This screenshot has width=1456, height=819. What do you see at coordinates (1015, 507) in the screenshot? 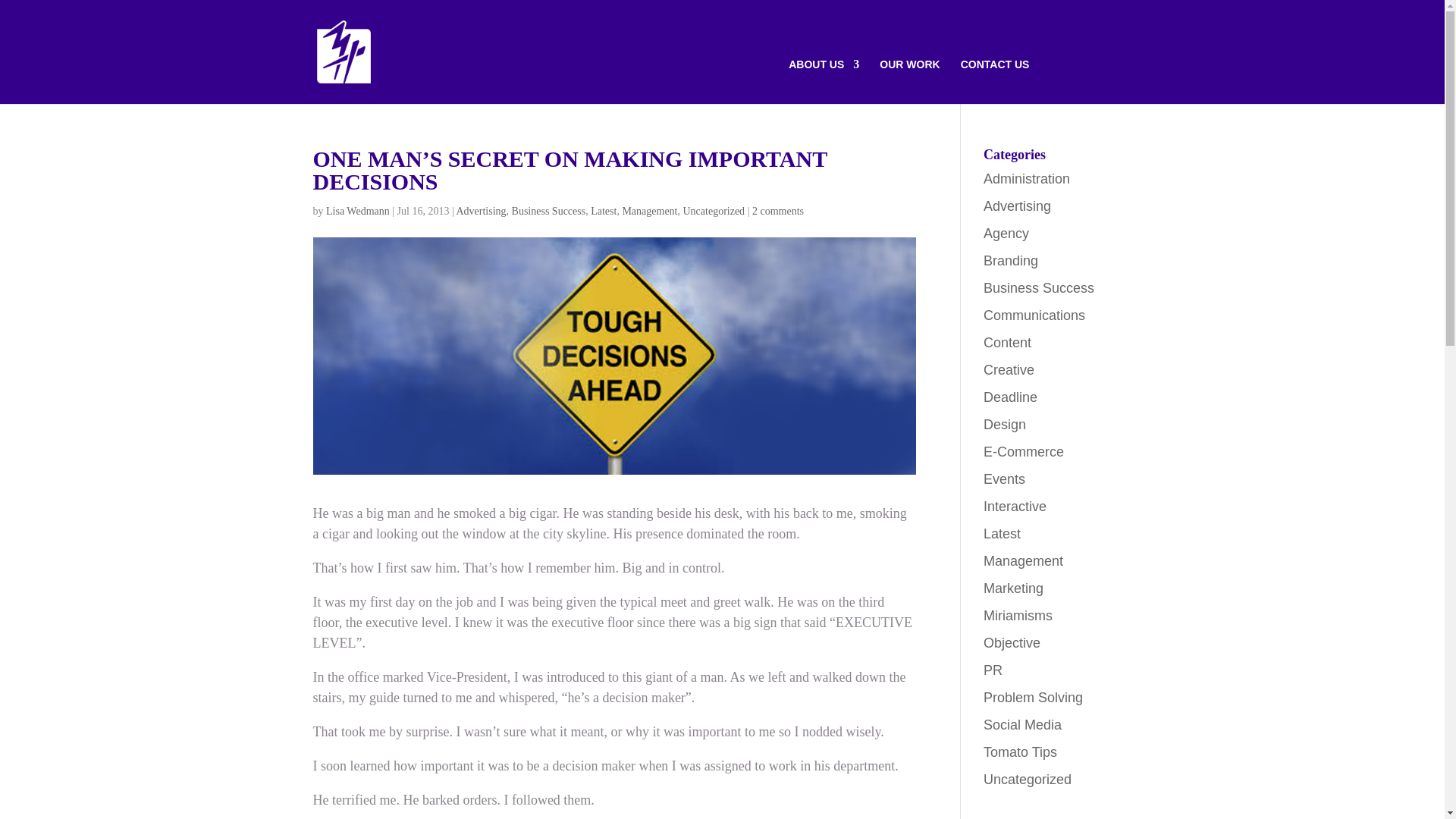
I see `'Interactive'` at bounding box center [1015, 507].